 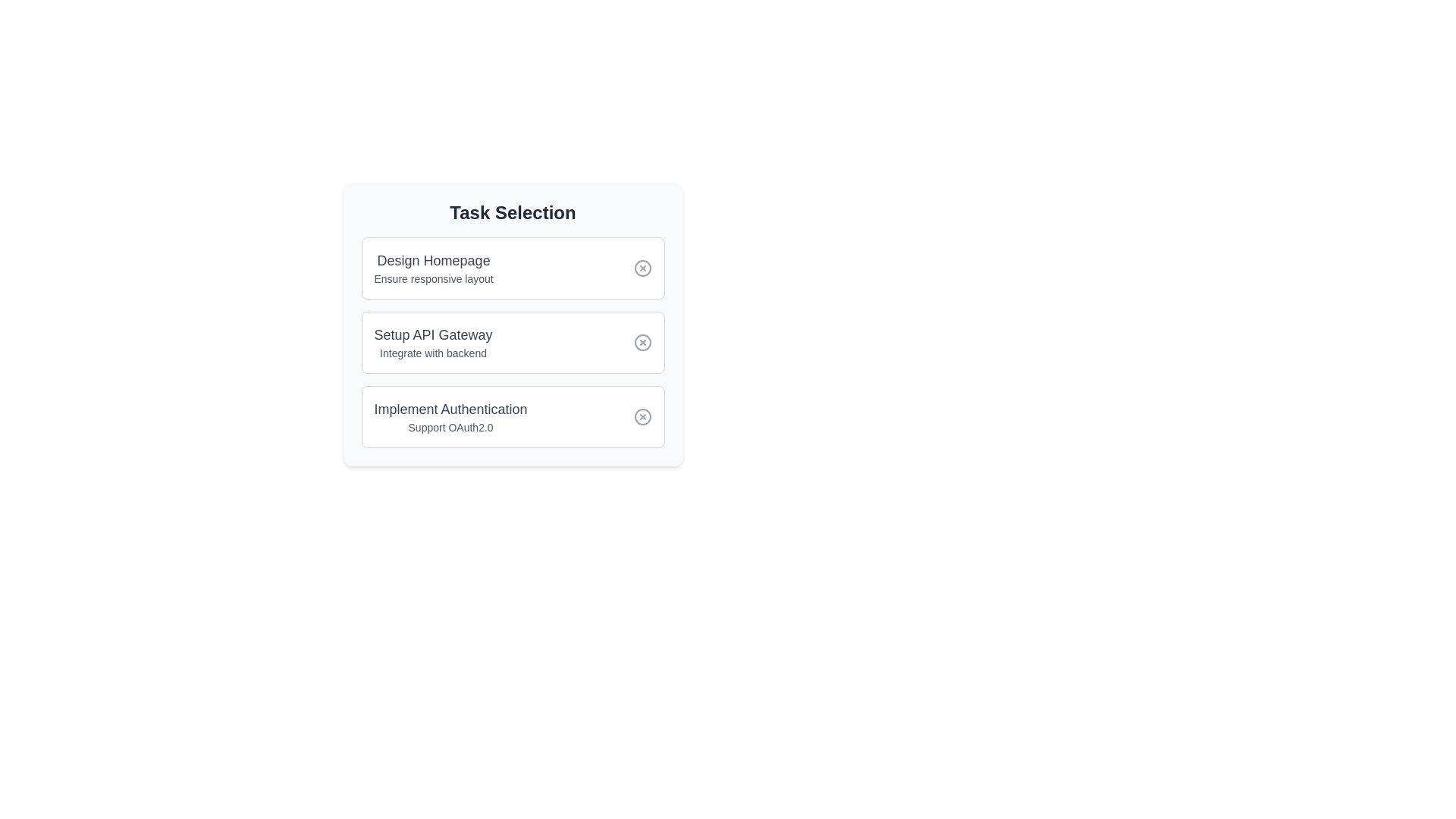 What do you see at coordinates (642, 417) in the screenshot?
I see `the medium-sized circular button with a gray outline and an 'X' in the center, located on the far-right side of the 'Implement Authentication' card` at bounding box center [642, 417].